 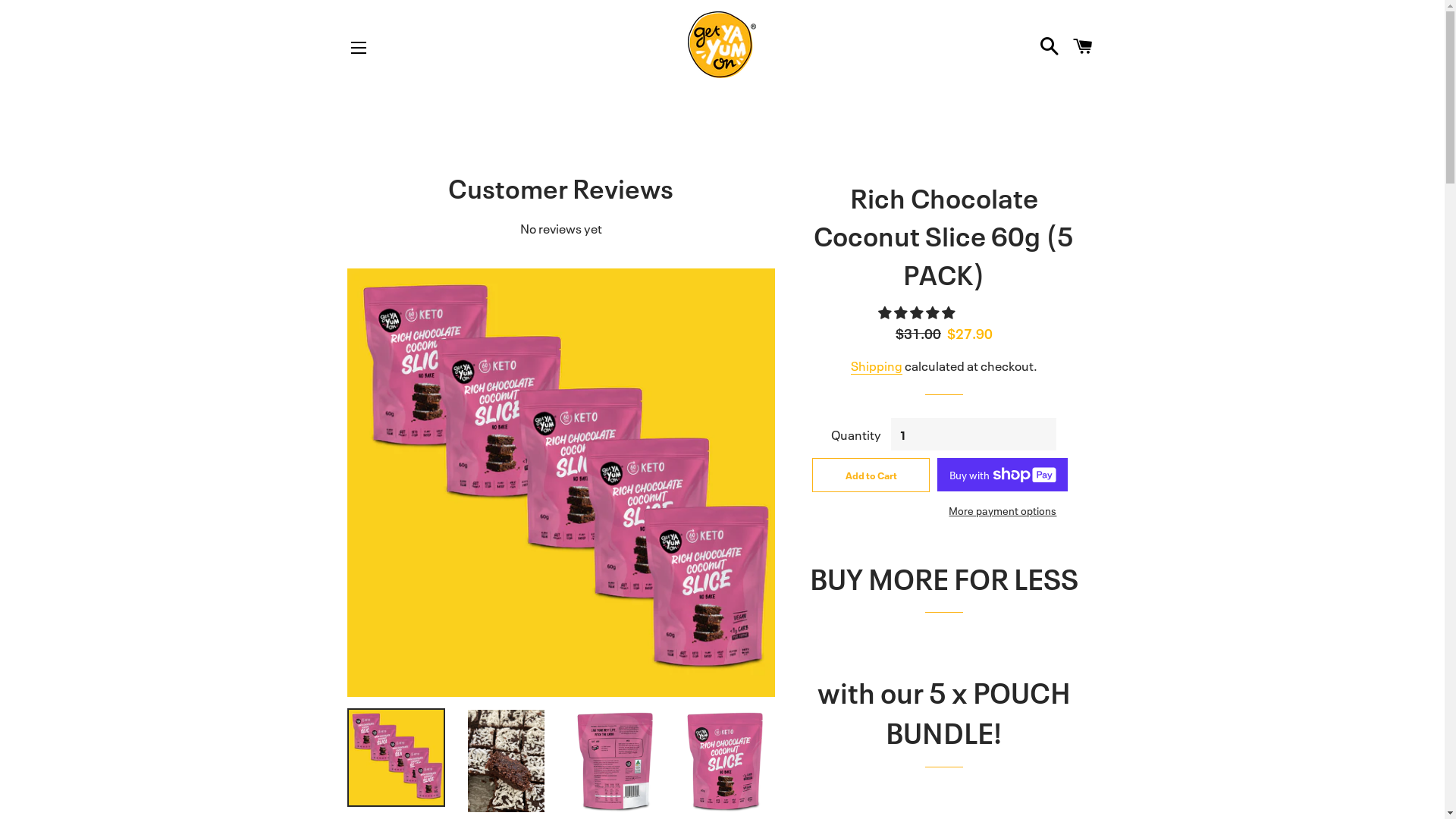 What do you see at coordinates (871, 473) in the screenshot?
I see `'Add to Cart'` at bounding box center [871, 473].